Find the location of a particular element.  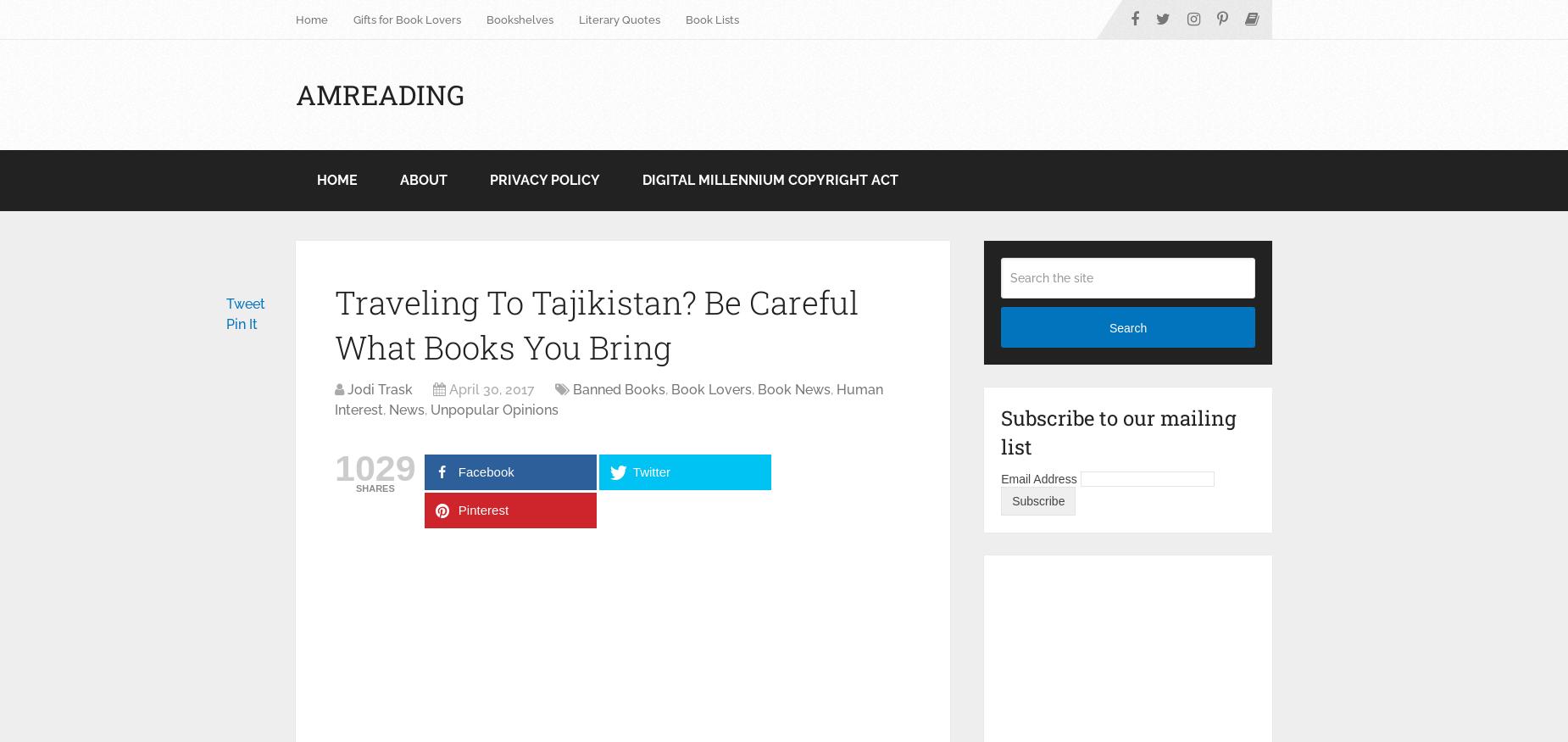

'Unpopular Opinions' is located at coordinates (431, 410).